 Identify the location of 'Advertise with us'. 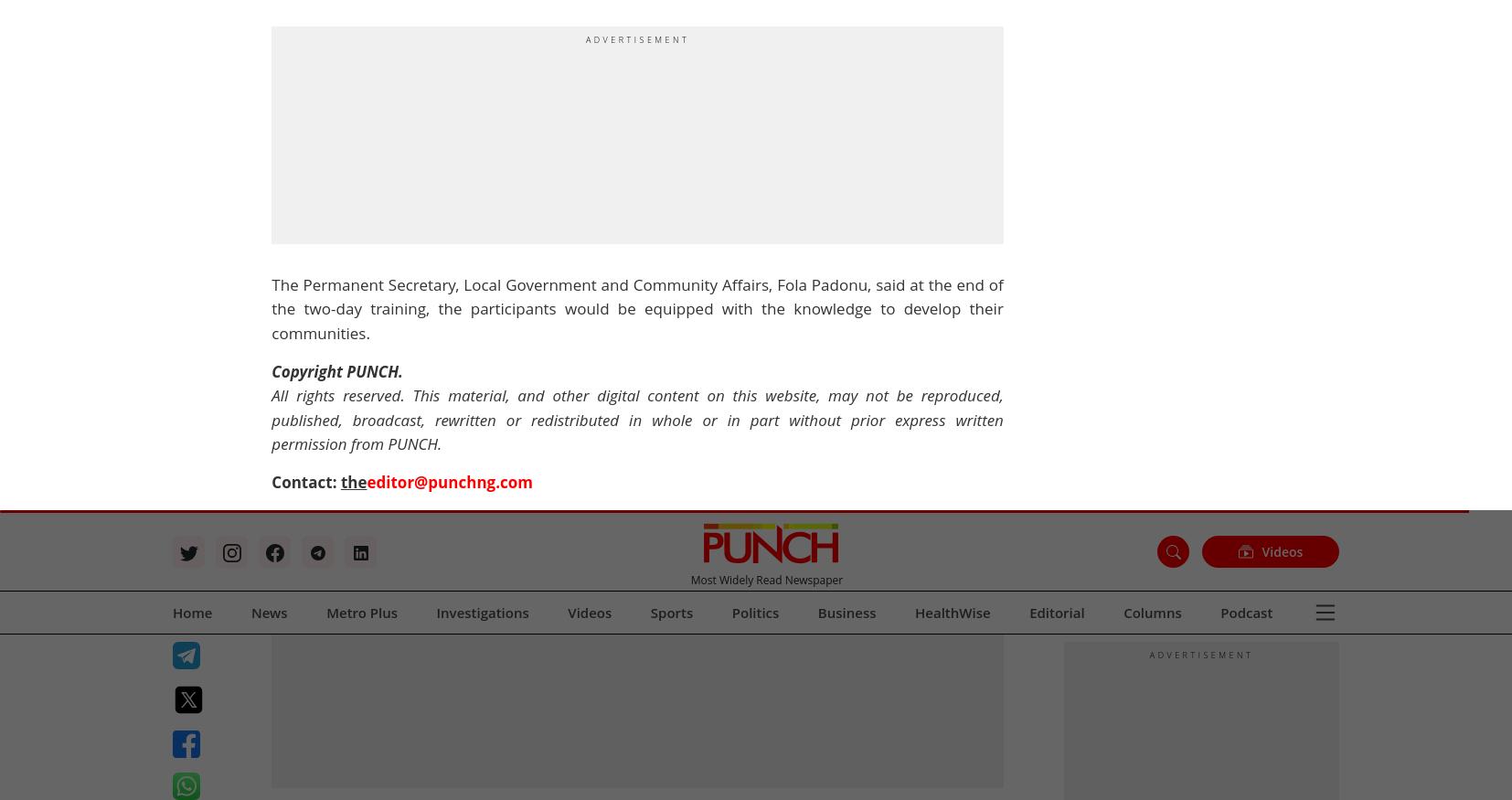
(729, 221).